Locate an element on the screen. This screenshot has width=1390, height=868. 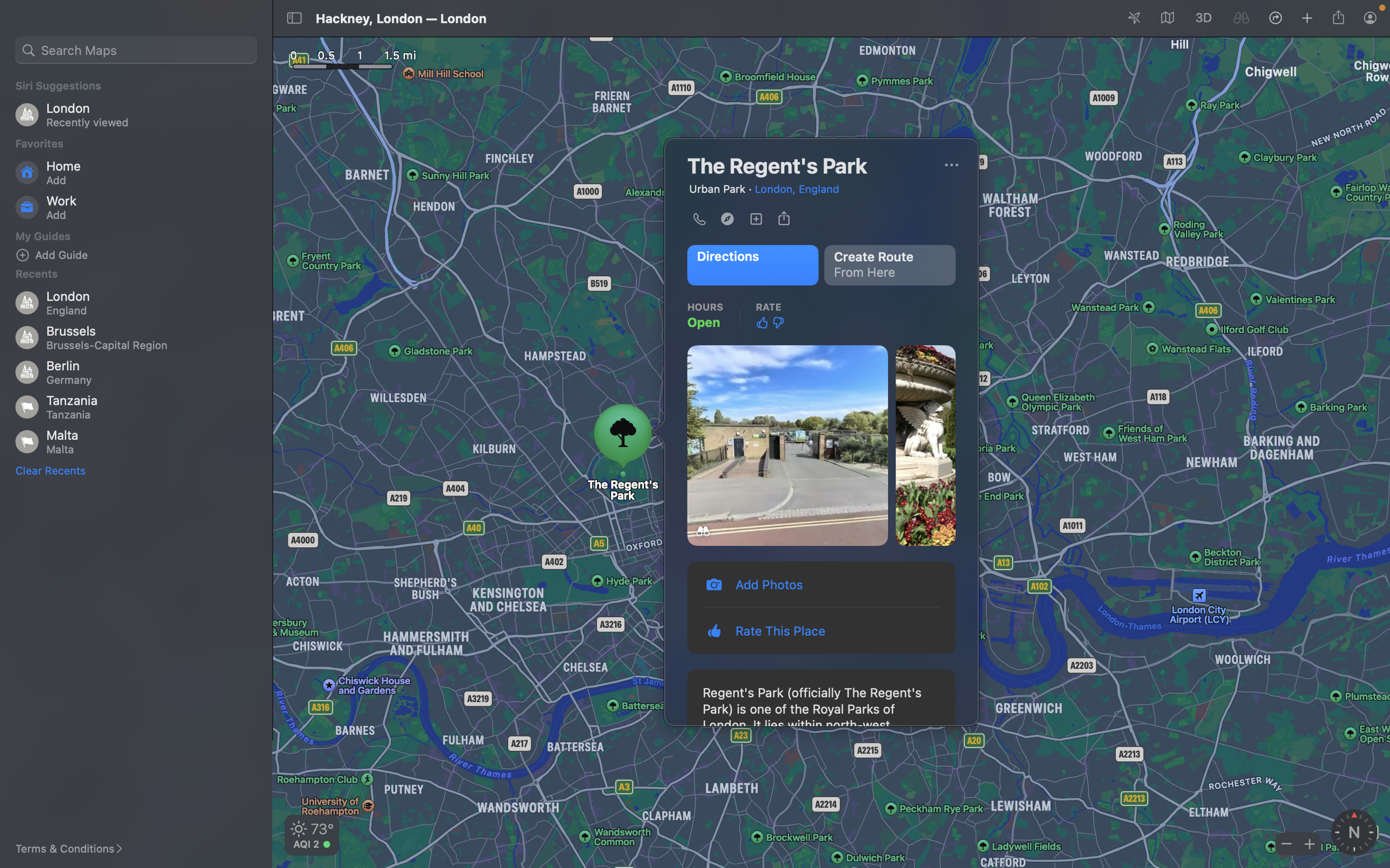
Search for nearby restaurants by typing "restaurants" in the search bar is located at coordinates (134, 48).